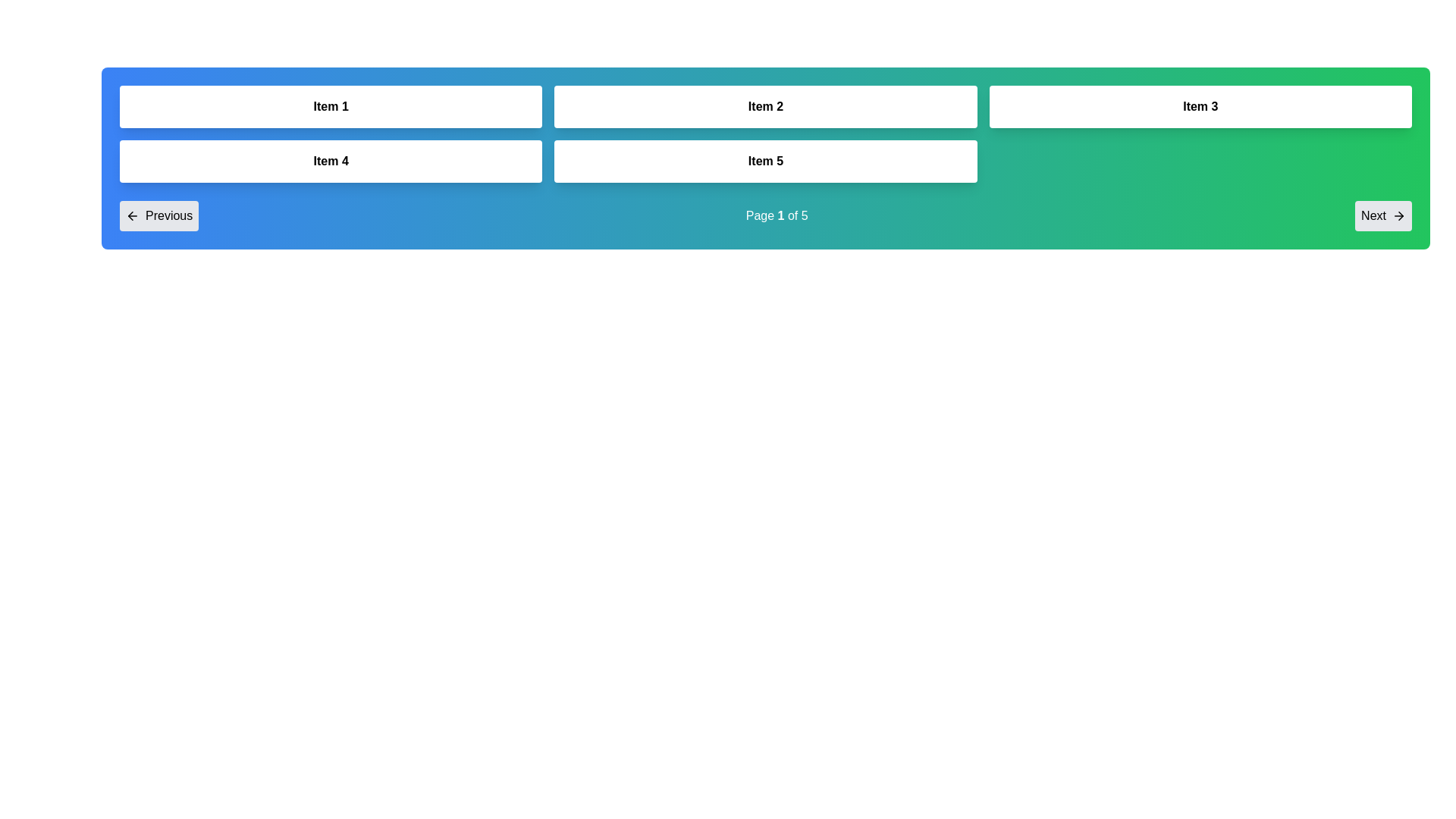 The width and height of the screenshot is (1456, 819). Describe the element at coordinates (1200, 106) in the screenshot. I see `the button representing 'Item 3' located at the top-right position of the first row in a grid layout` at that location.